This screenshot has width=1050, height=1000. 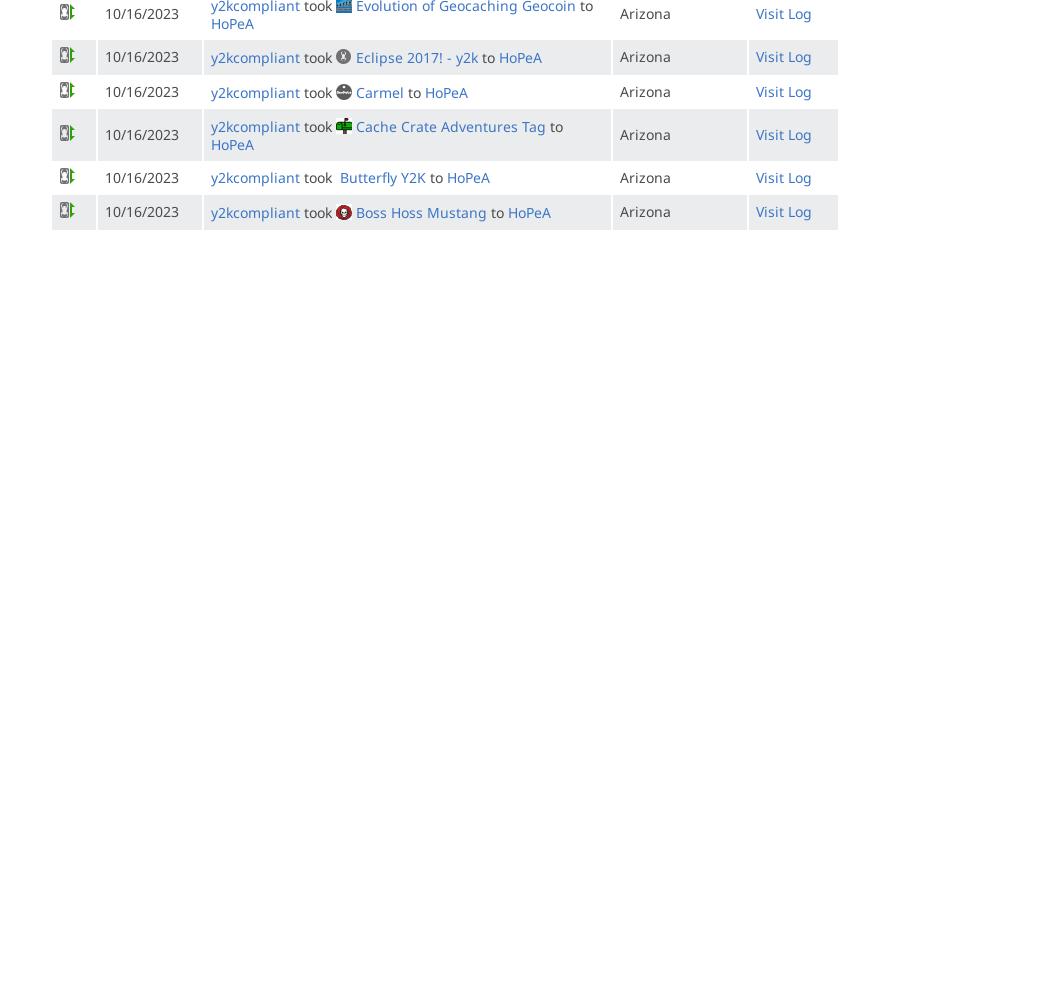 What do you see at coordinates (420, 211) in the screenshot?
I see `'Boss Hoss Mustang'` at bounding box center [420, 211].